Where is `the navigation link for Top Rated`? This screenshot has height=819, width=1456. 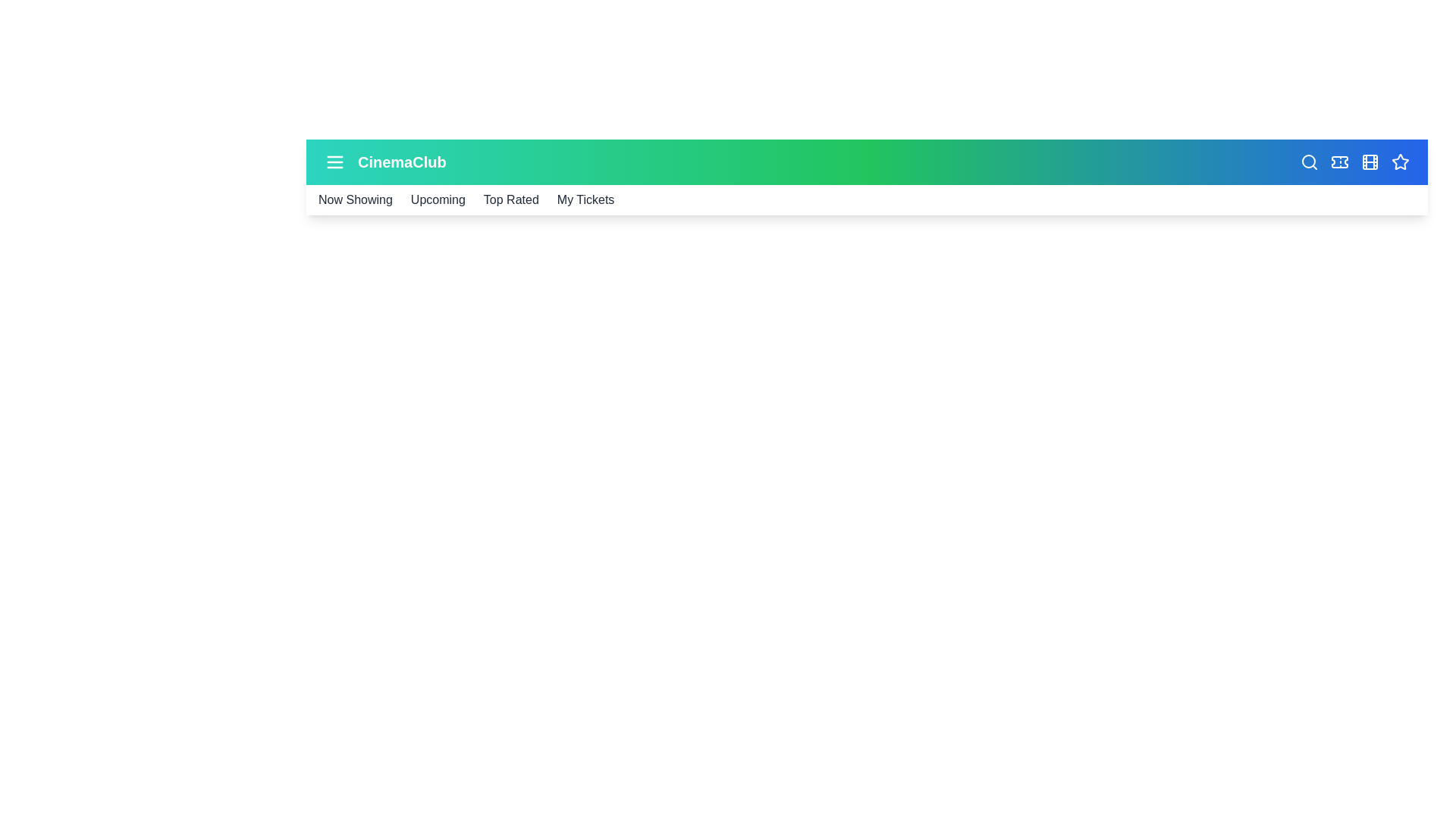
the navigation link for Top Rated is located at coordinates (510, 199).